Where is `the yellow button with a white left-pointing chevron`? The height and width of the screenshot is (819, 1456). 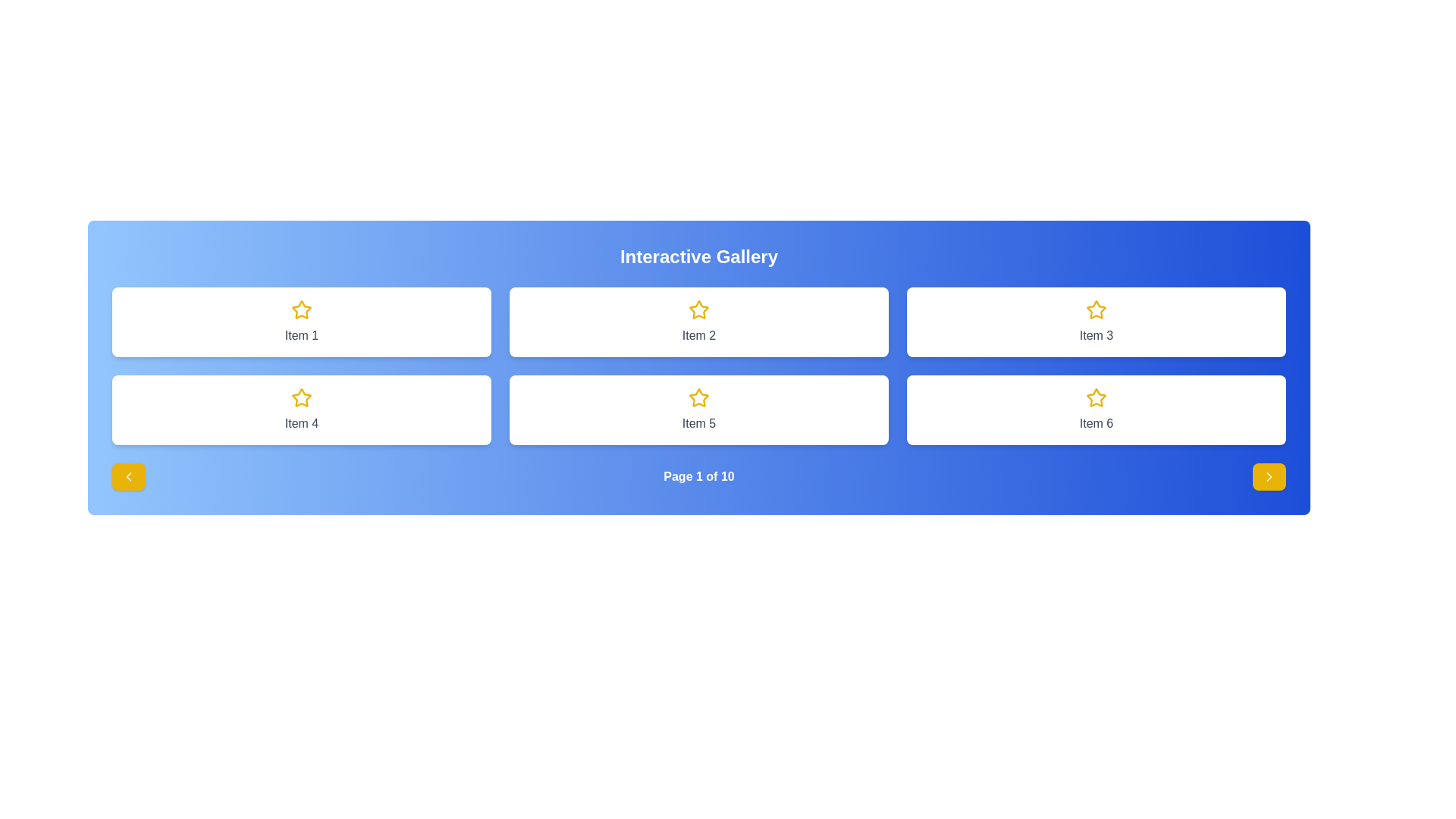 the yellow button with a white left-pointing chevron is located at coordinates (128, 475).